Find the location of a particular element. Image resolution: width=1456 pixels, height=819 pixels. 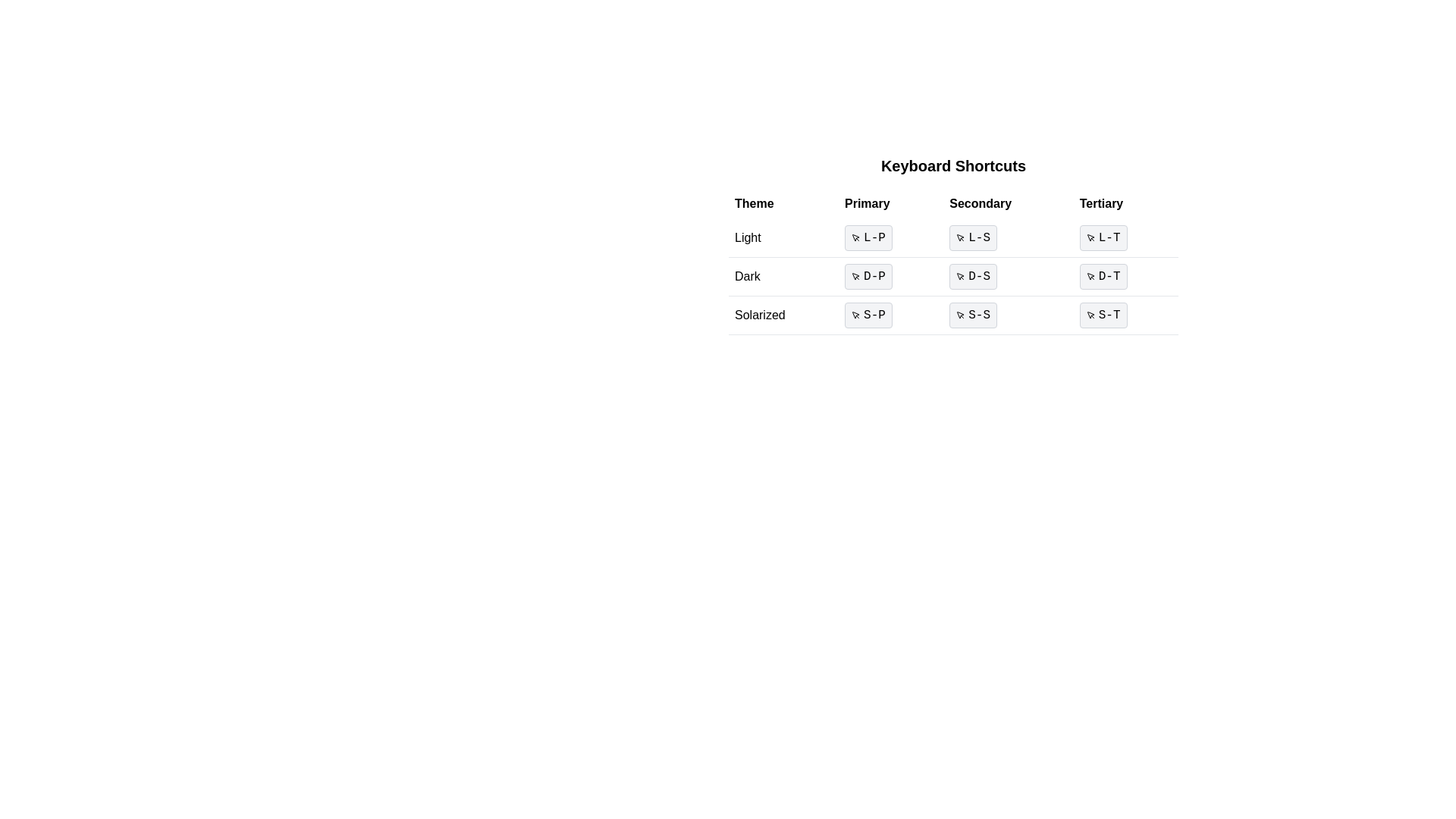

the small SVG icon shaped like a cursor arrow, which is located within the button labeled 'L-S' in the 'Secondary' column of the 'Light' theme row is located at coordinates (960, 237).